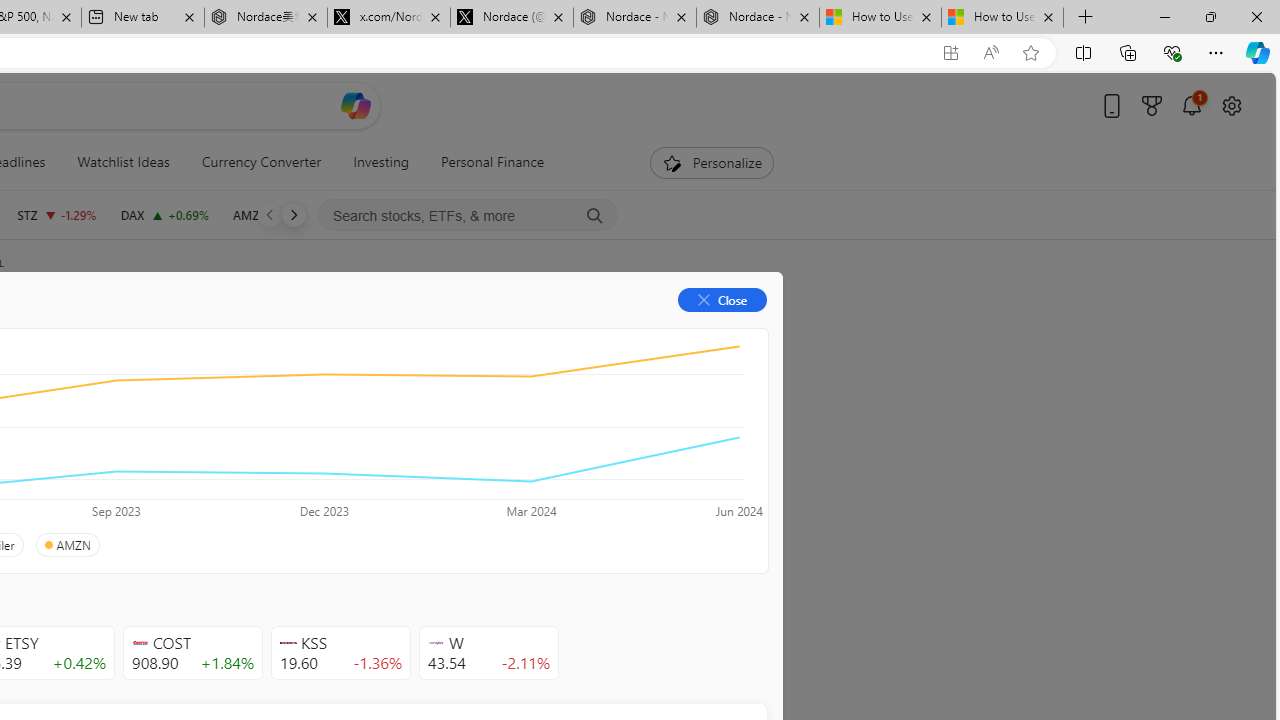  What do you see at coordinates (122, 162) in the screenshot?
I see `'Watchlist Ideas'` at bounding box center [122, 162].